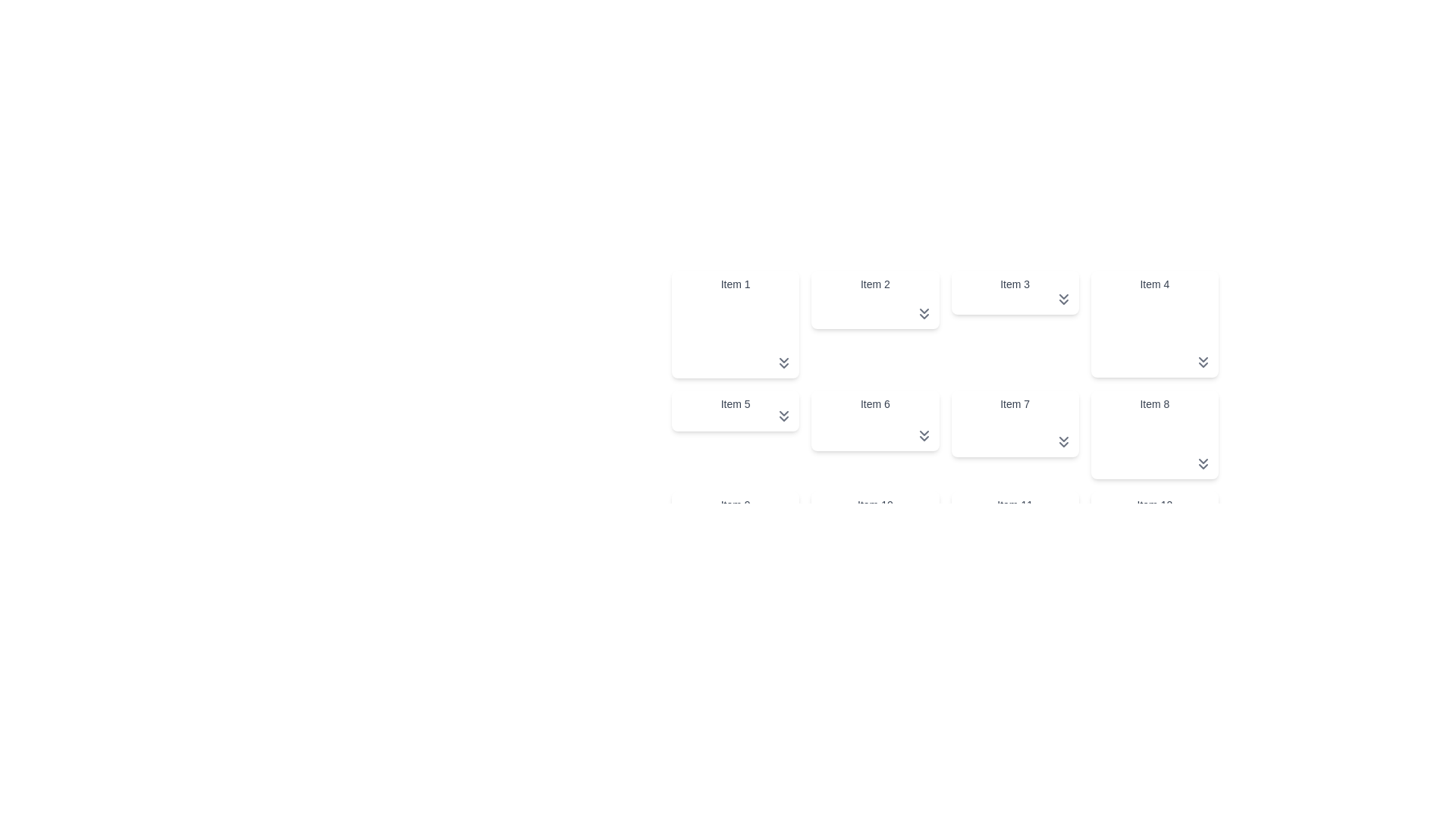 The width and height of the screenshot is (1456, 819). Describe the element at coordinates (1153, 323) in the screenshot. I see `the grid cell element containing text and an interactive icon located in the first row, fourth column` at that location.